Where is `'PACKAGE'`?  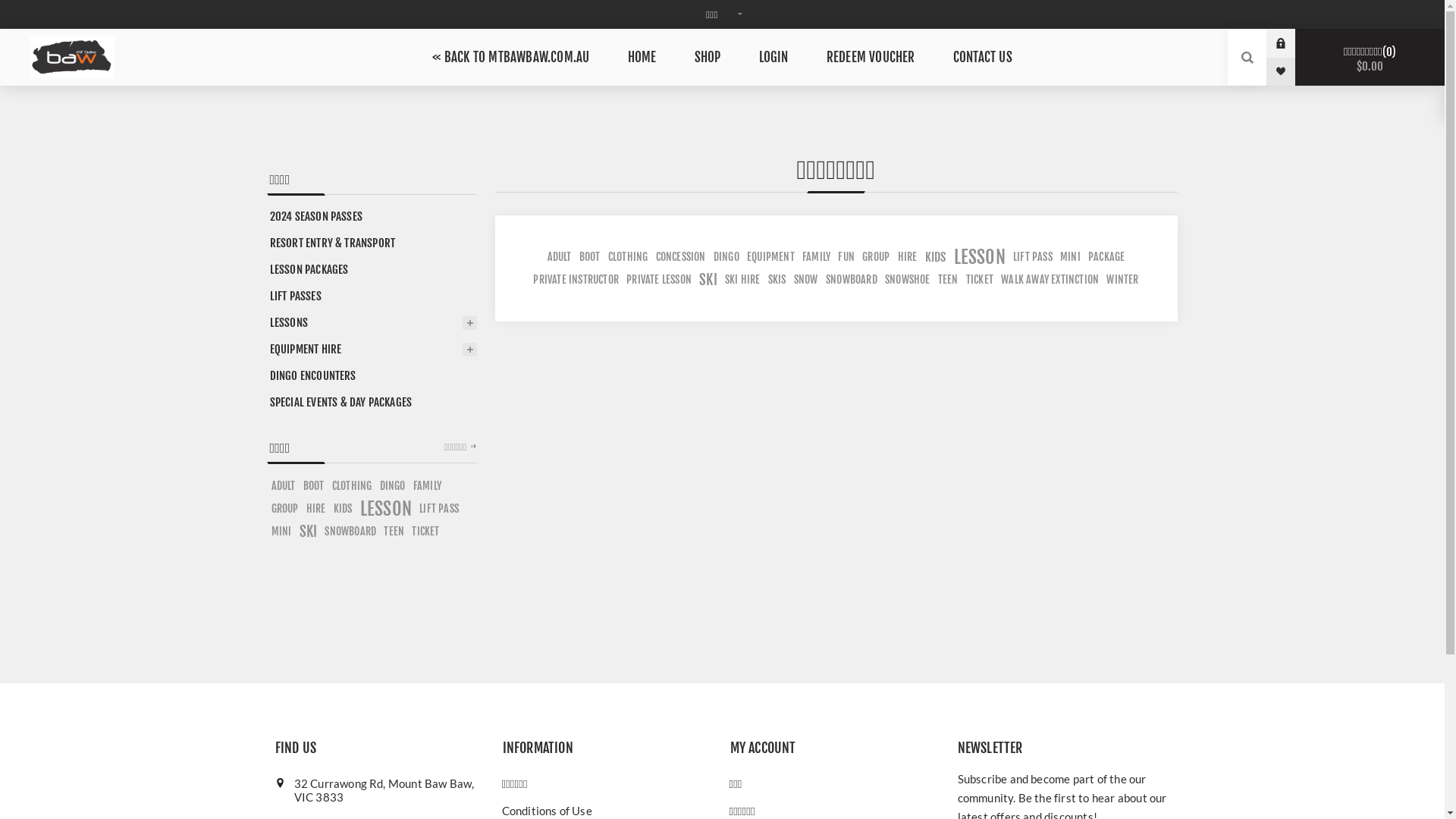 'PACKAGE' is located at coordinates (1106, 256).